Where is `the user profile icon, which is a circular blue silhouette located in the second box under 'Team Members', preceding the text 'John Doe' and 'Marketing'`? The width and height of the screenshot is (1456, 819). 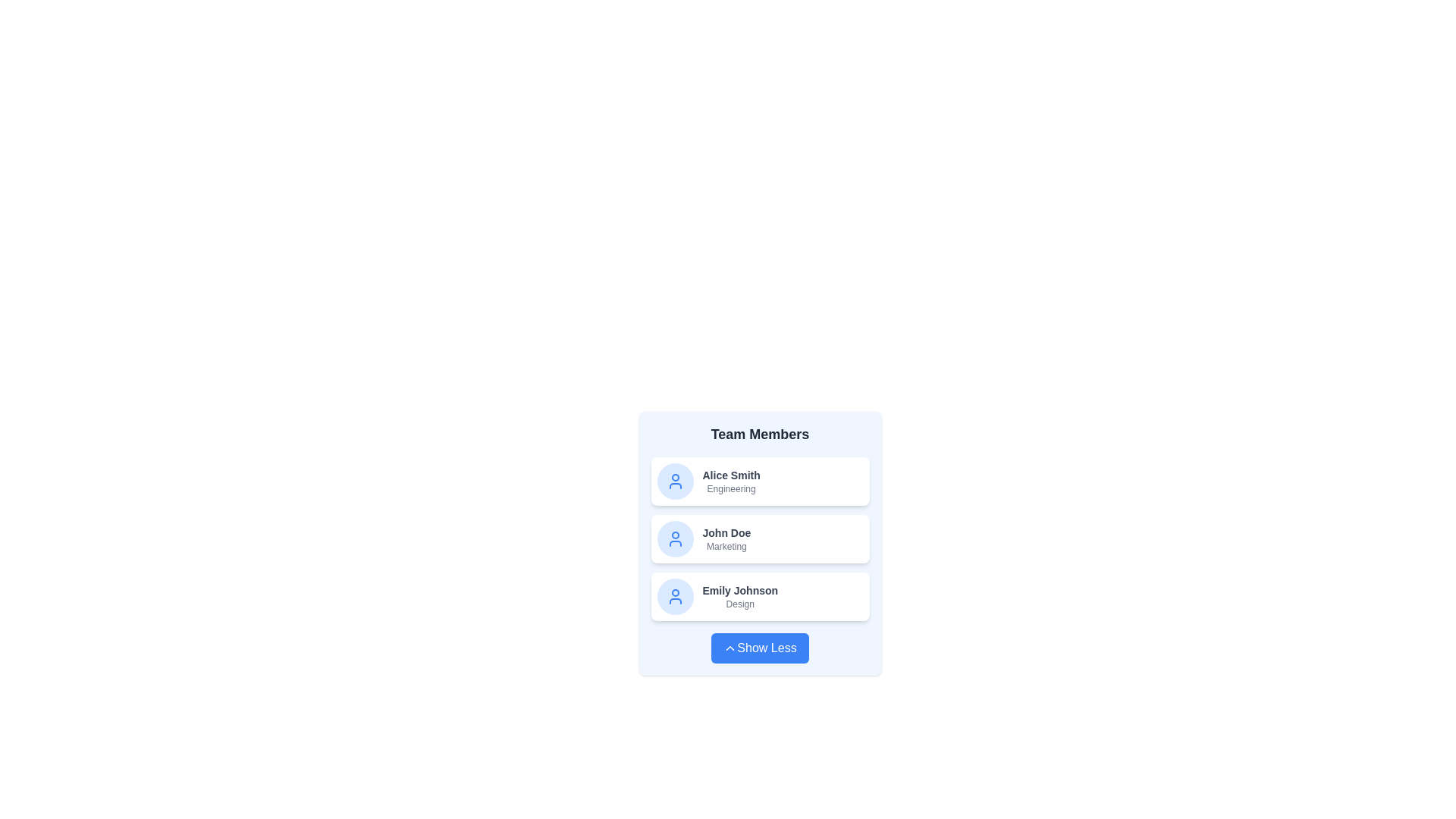 the user profile icon, which is a circular blue silhouette located in the second box under 'Team Members', preceding the text 'John Doe' and 'Marketing' is located at coordinates (674, 538).